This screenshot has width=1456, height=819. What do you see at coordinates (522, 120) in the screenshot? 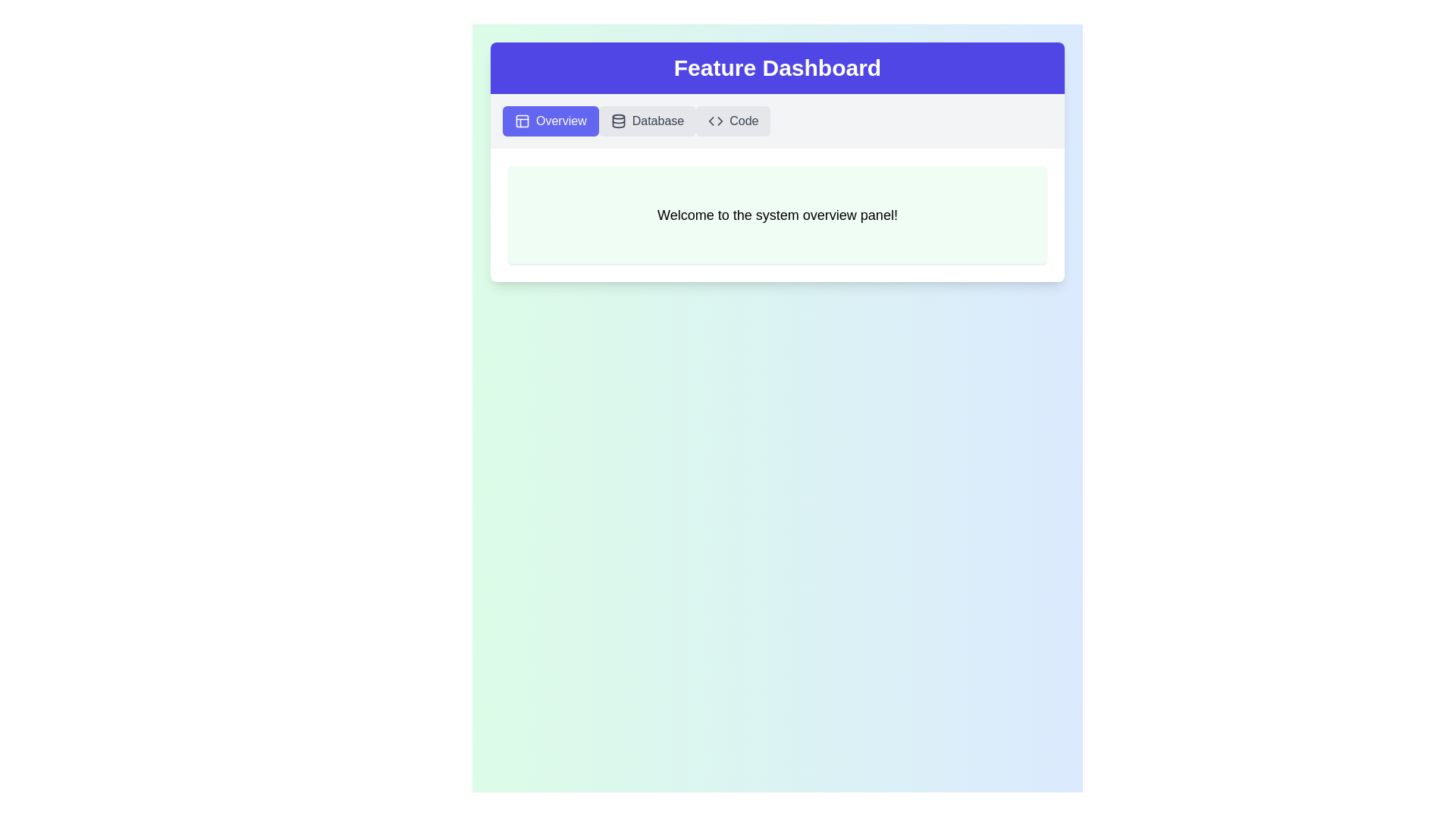
I see `the decorative icon for the 'Overview' tab located to the left of the text 'Overview' in the navigation bar under 'Feature Dashboard'` at bounding box center [522, 120].